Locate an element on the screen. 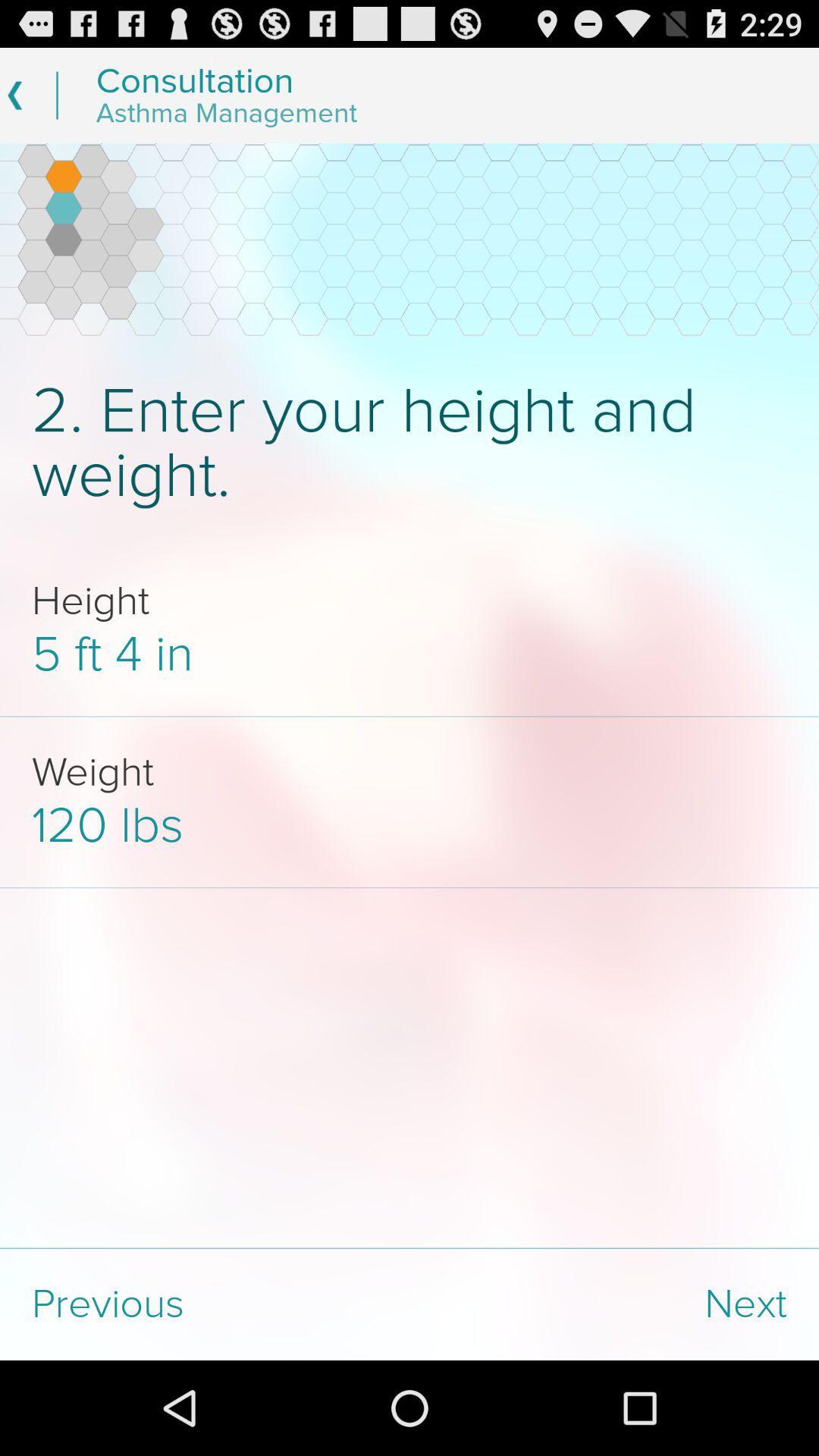 Image resolution: width=819 pixels, height=1456 pixels. icon next to the next item is located at coordinates (205, 1304).